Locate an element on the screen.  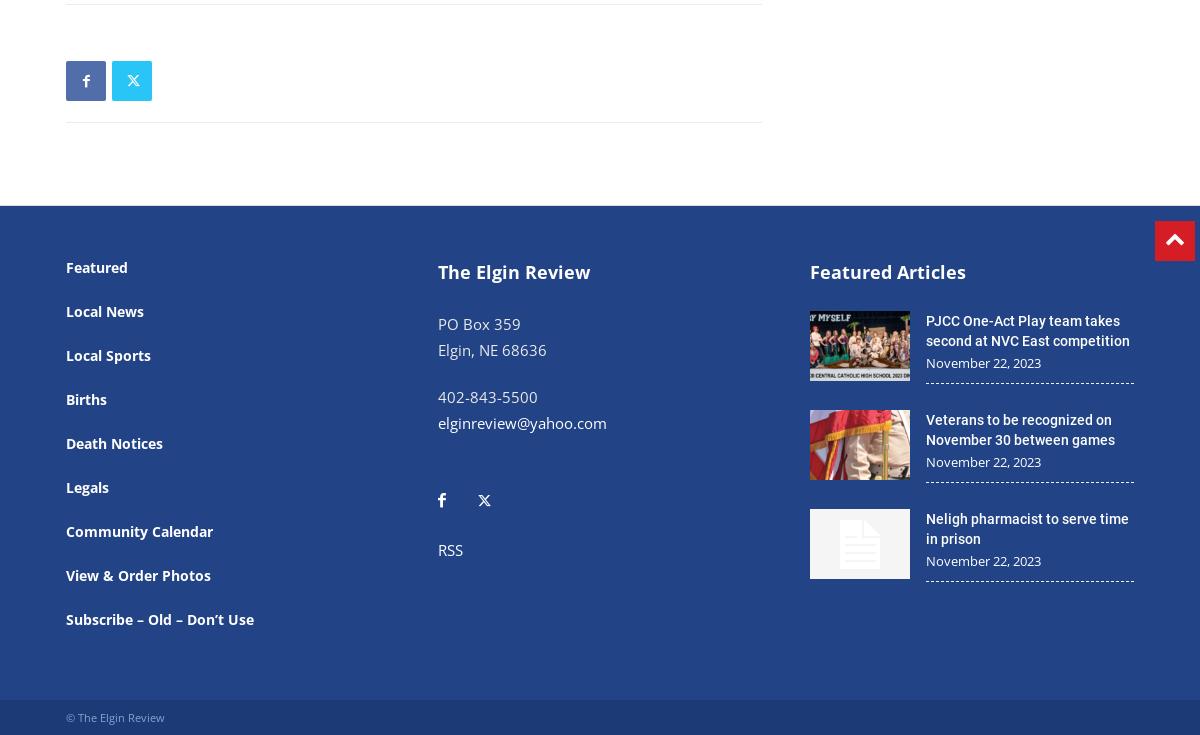
'elginreview@yahoo.com' is located at coordinates (521, 421).